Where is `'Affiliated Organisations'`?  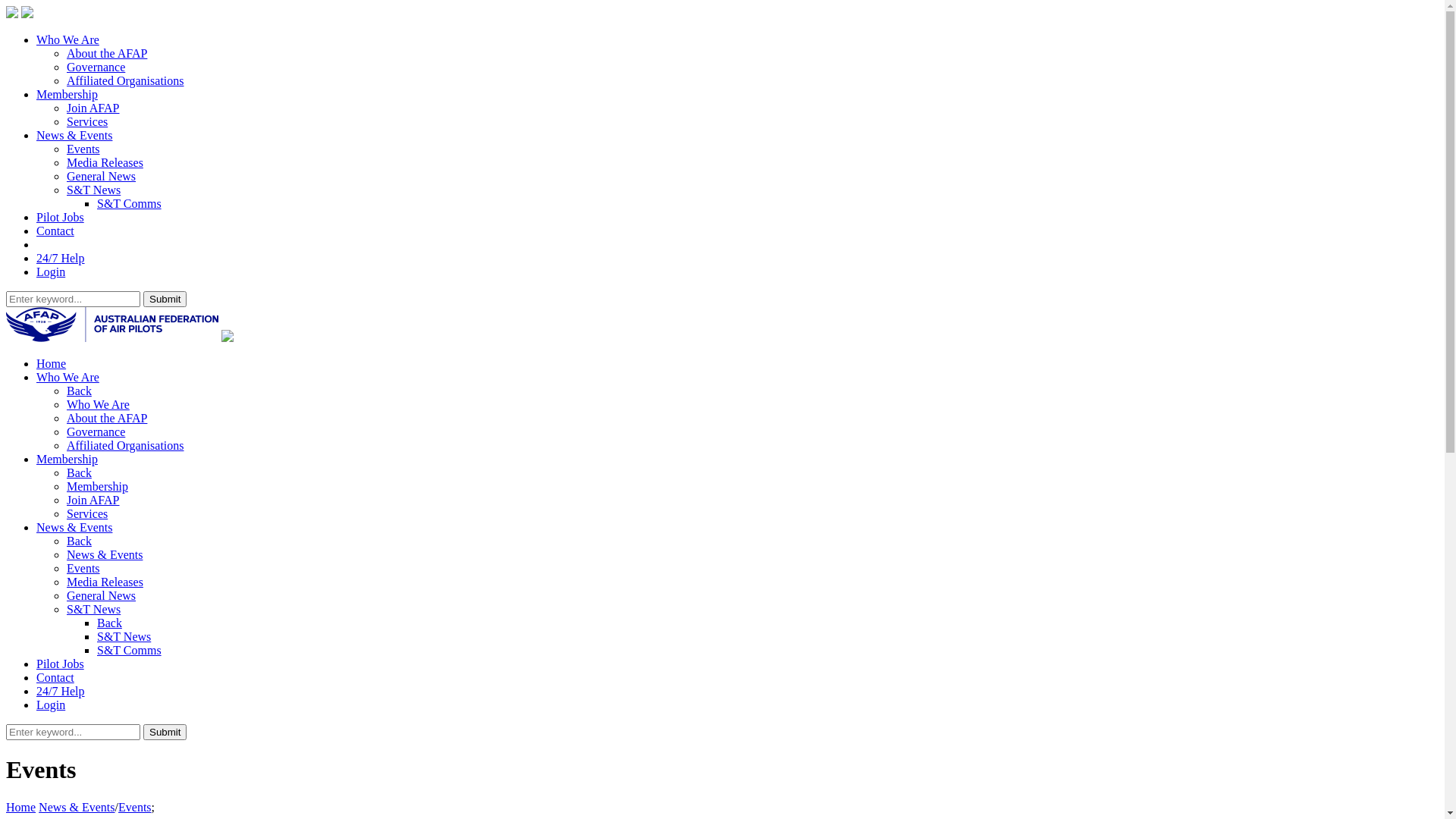
'Affiliated Organisations' is located at coordinates (125, 80).